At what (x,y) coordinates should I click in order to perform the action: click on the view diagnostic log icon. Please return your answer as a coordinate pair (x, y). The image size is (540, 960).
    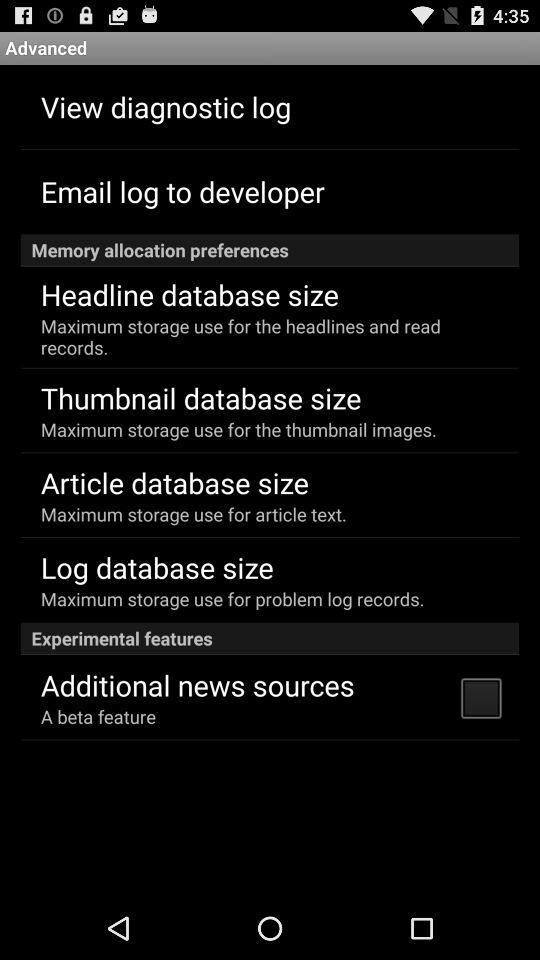
    Looking at the image, I should click on (165, 106).